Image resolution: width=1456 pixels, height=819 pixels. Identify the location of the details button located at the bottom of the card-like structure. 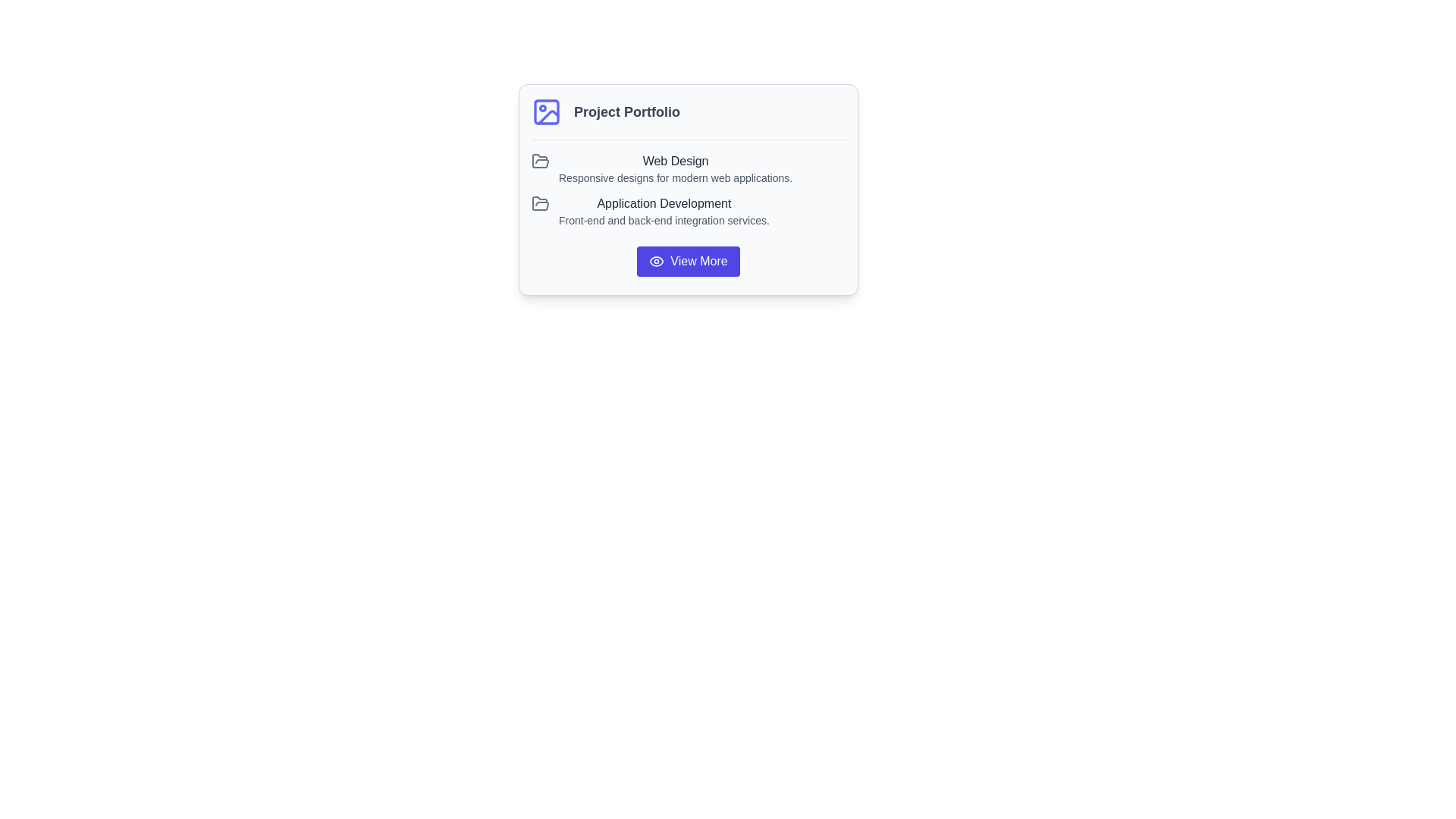
(687, 260).